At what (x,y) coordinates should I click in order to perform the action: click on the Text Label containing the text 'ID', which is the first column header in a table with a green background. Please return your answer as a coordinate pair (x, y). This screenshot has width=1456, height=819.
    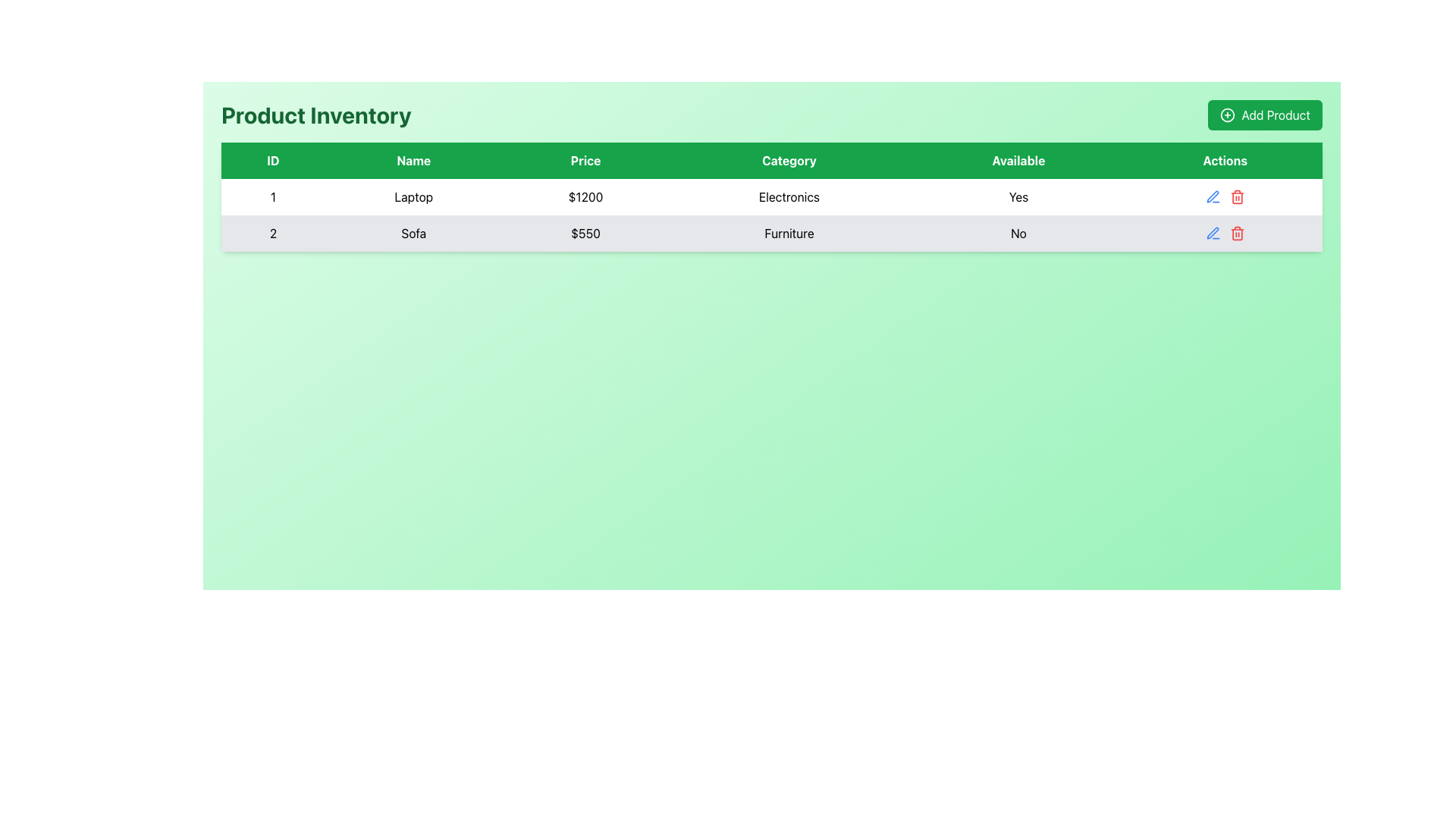
    Looking at the image, I should click on (273, 161).